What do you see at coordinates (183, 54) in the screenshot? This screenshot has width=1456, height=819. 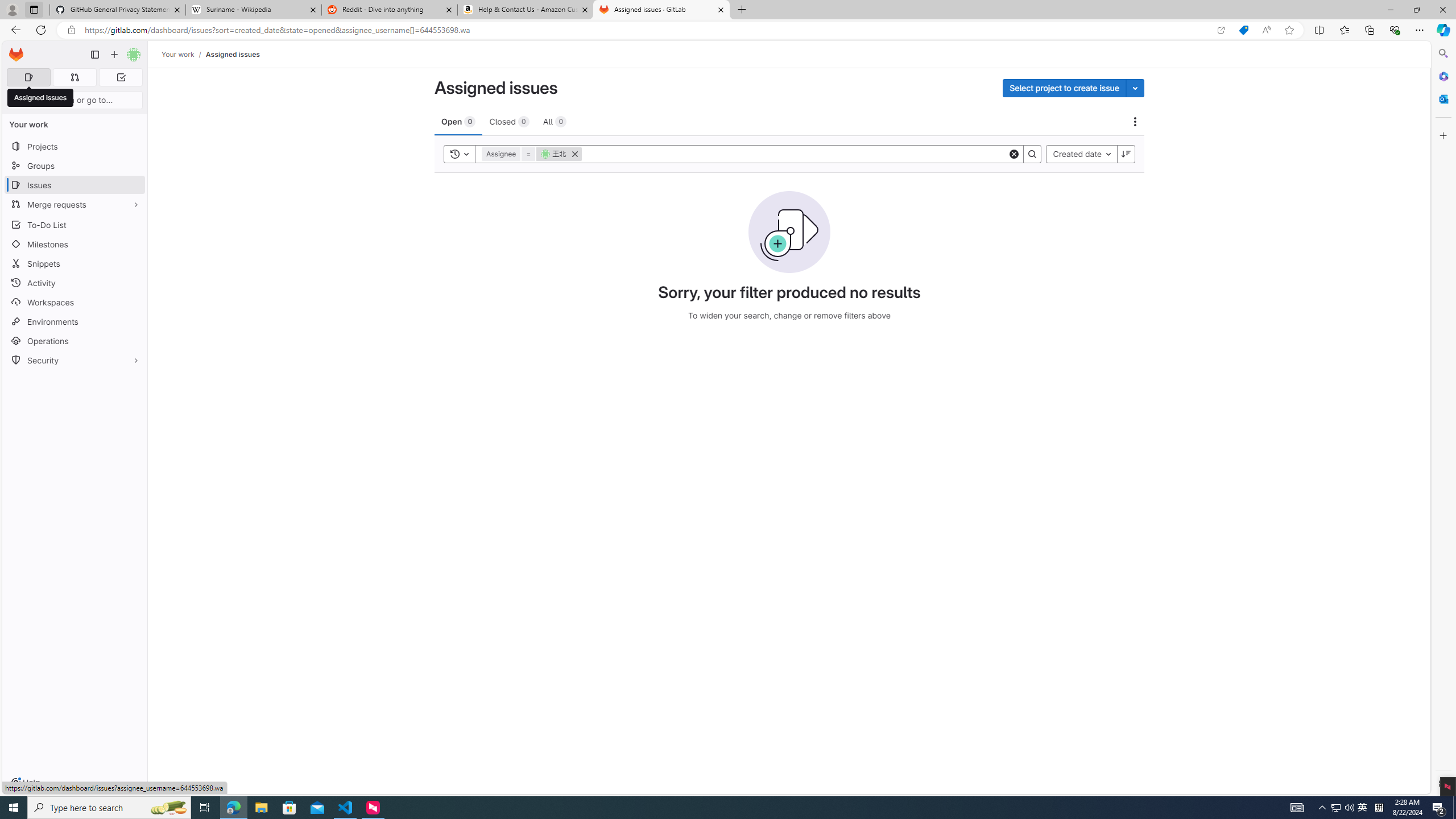 I see `'Your work/'` at bounding box center [183, 54].